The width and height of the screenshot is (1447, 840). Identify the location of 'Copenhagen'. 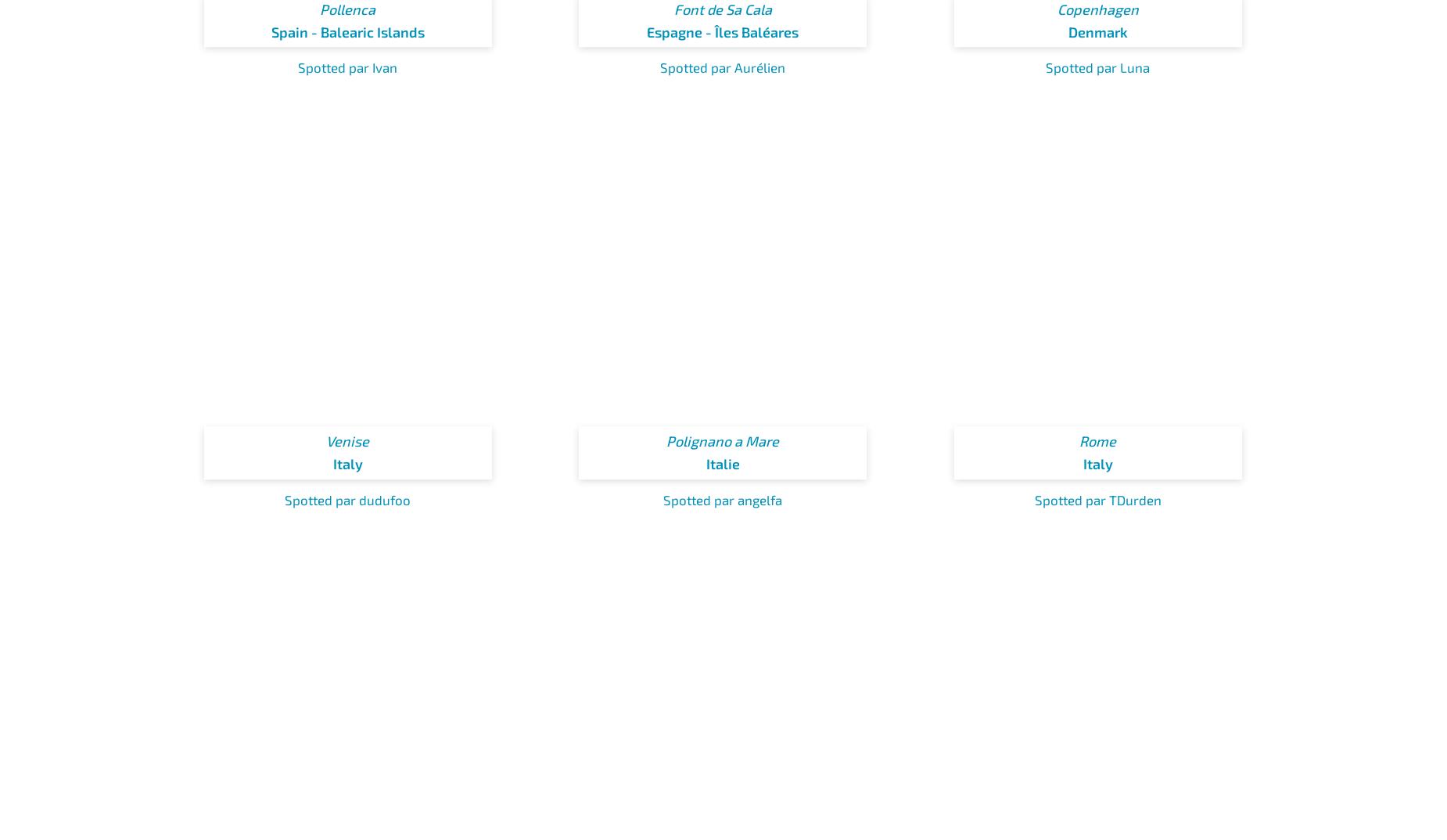
(1056, 7).